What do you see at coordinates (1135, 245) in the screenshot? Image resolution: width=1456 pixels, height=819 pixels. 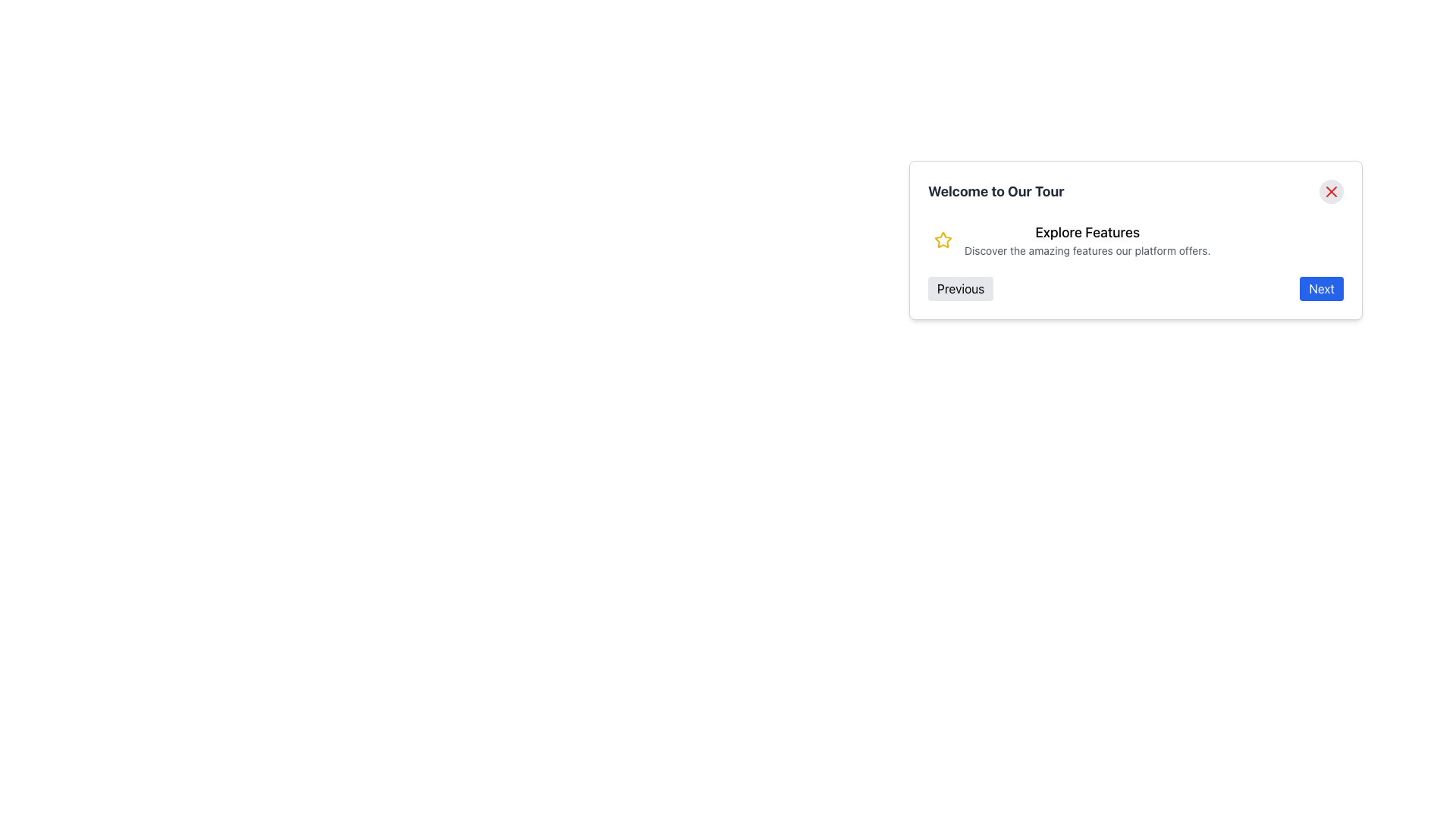 I see `the modal window titled 'Welcome to Our Tour', which contains a heading 'Explore Features' and two buttons labeled 'Previous' and 'Next'` at bounding box center [1135, 245].